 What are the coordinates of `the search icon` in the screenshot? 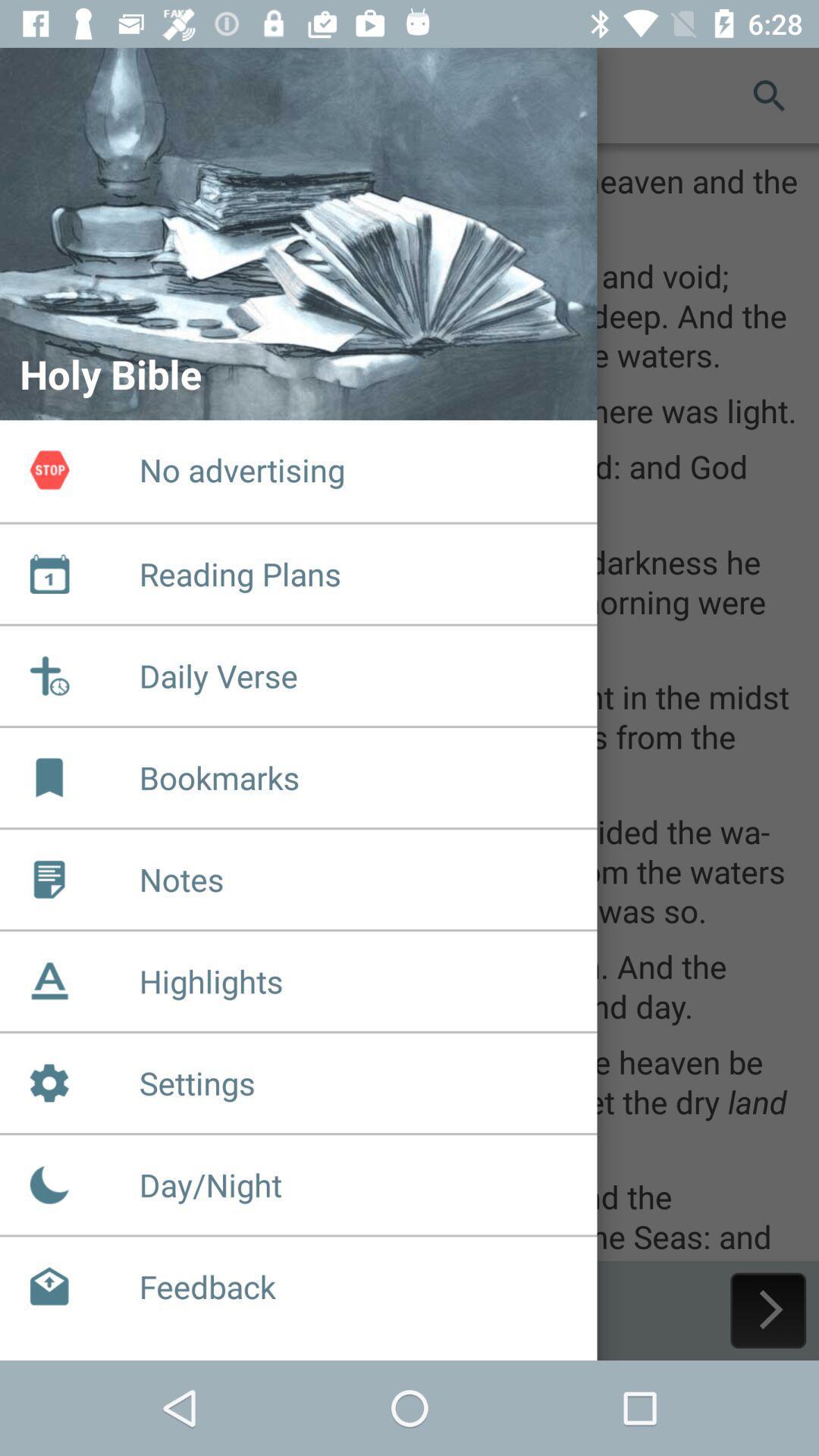 It's located at (769, 94).